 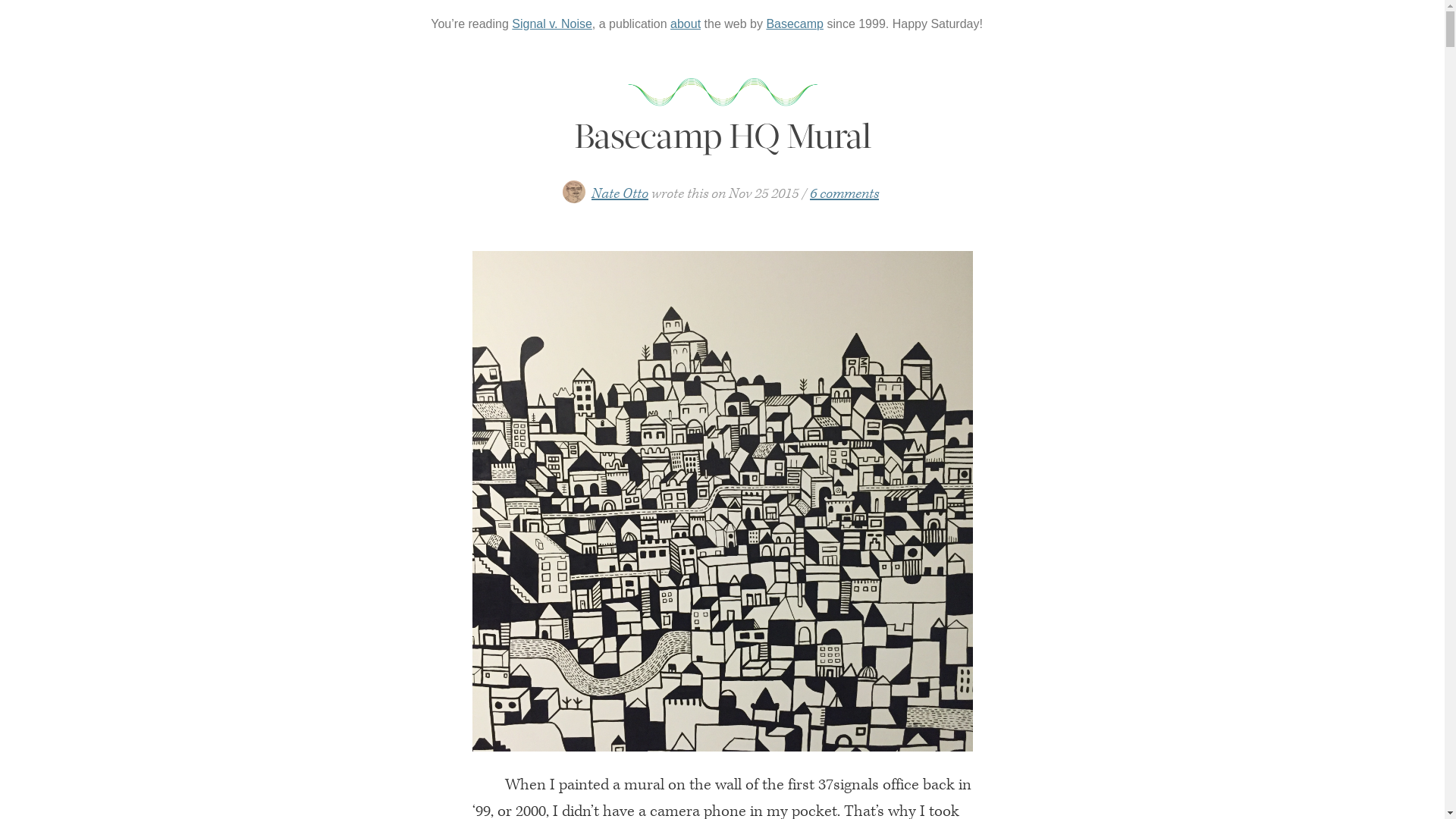 I want to click on 'Nate Otto', so click(x=620, y=193).